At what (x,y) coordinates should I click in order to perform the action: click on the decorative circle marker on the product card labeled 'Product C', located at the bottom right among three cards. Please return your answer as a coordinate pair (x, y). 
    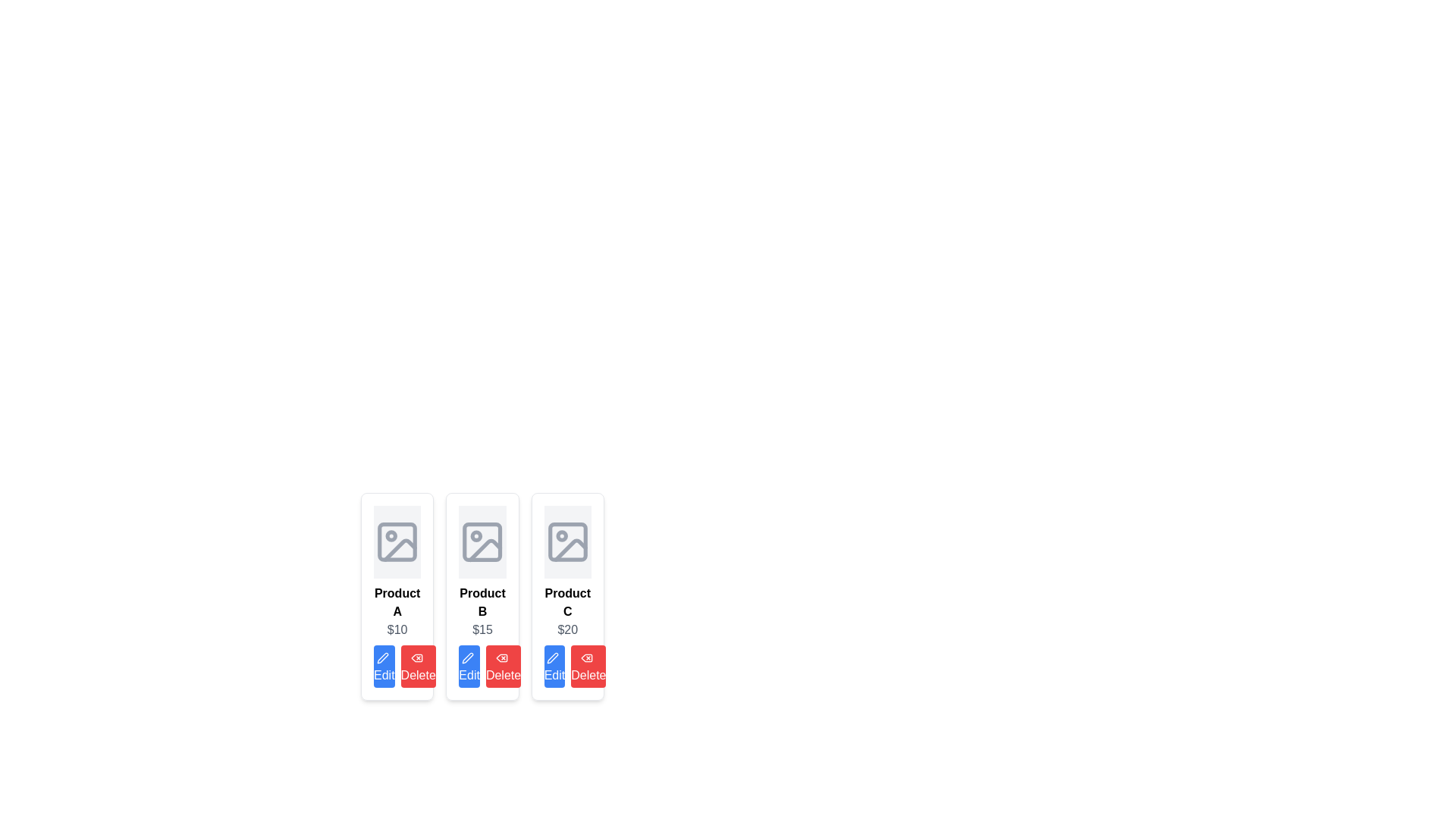
    Looking at the image, I should click on (561, 535).